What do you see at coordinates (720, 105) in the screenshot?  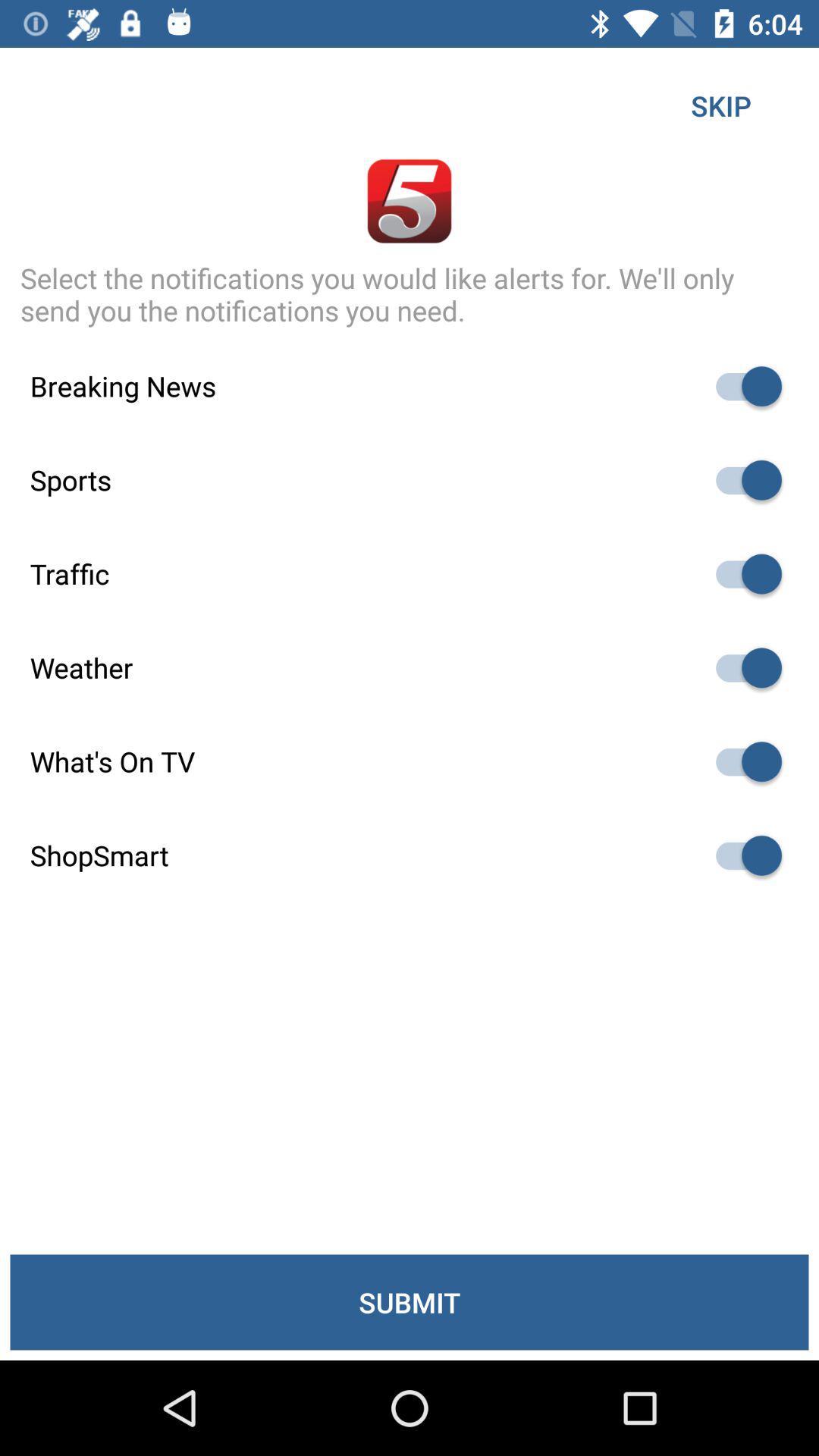 I see `the skip icon` at bounding box center [720, 105].